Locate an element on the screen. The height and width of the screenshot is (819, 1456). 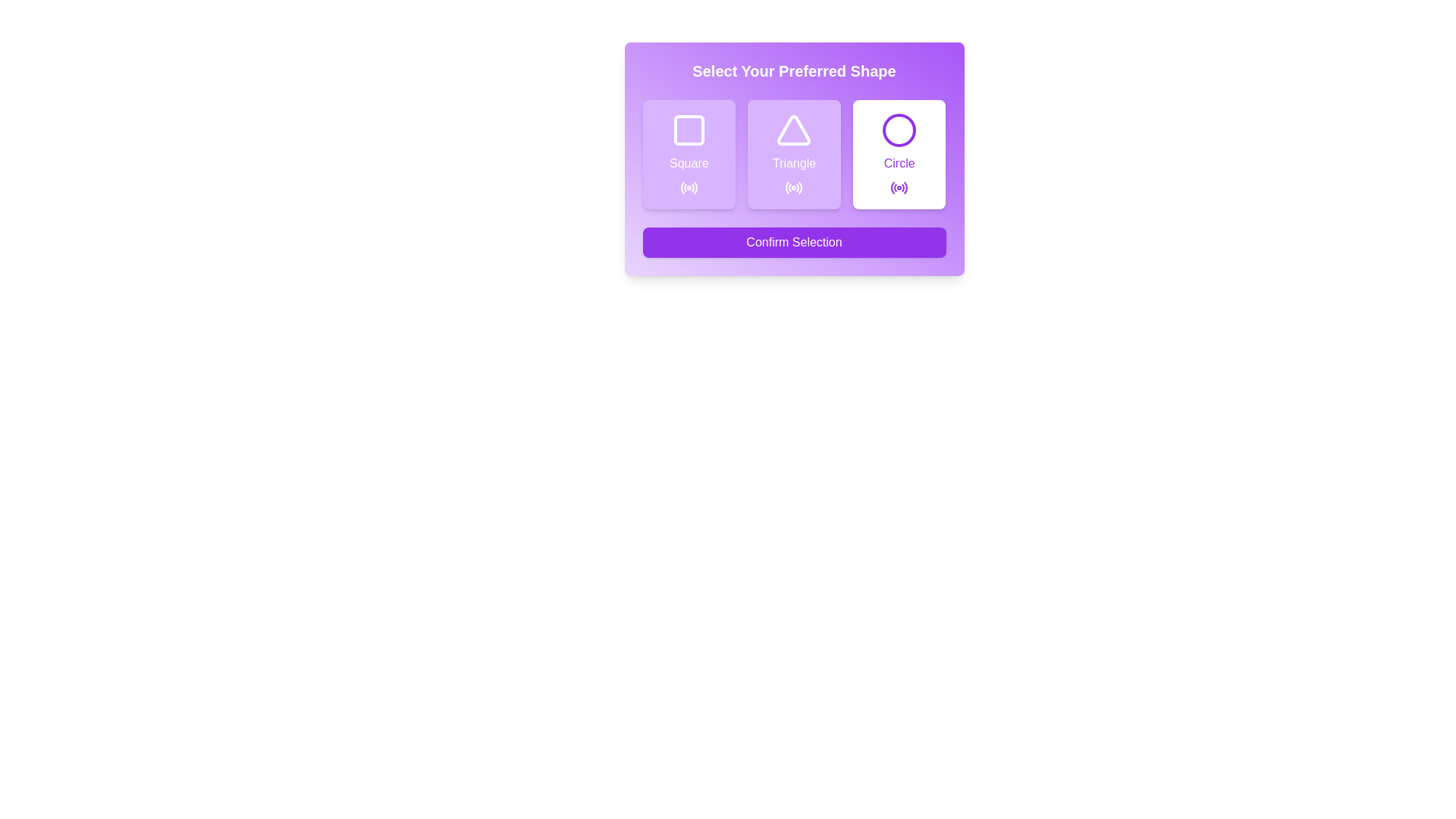
the graphical decoration or visual indicator located inside the leftmost 'Square' option in the selection panel is located at coordinates (688, 130).